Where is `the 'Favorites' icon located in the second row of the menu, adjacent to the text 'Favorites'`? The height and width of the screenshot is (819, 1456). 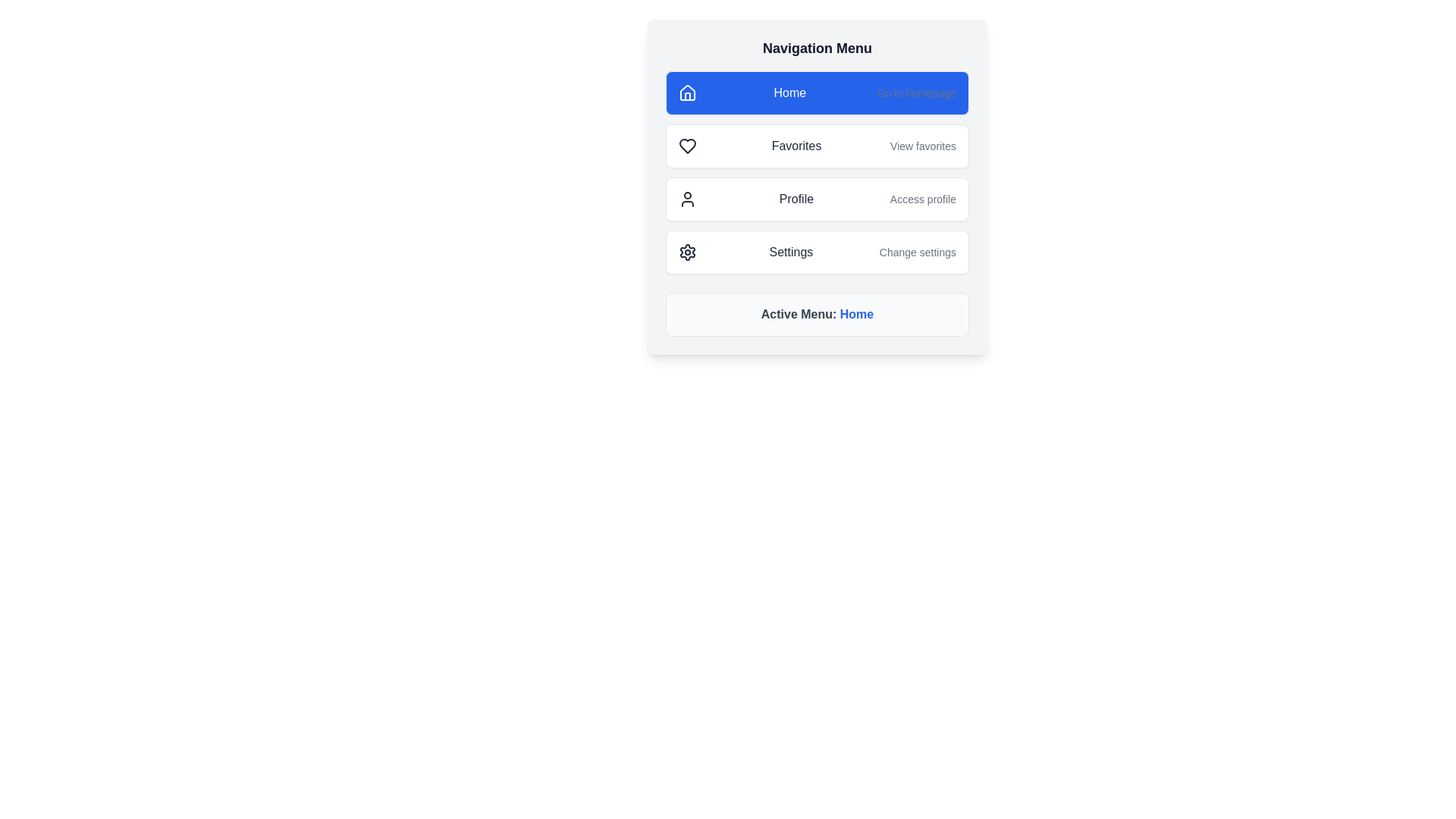
the 'Favorites' icon located in the second row of the menu, adjacent to the text 'Favorites' is located at coordinates (687, 146).